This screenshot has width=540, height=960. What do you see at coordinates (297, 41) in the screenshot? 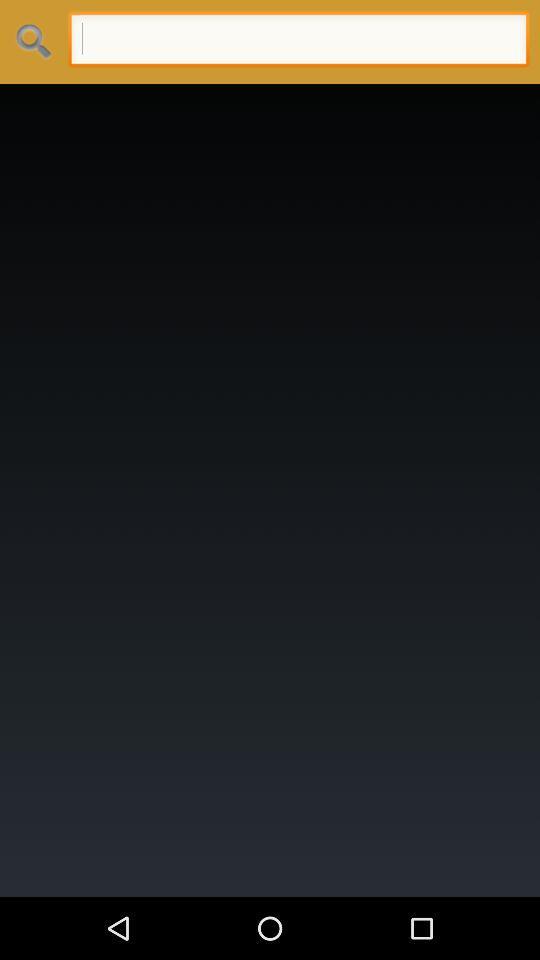
I see `type search` at bounding box center [297, 41].